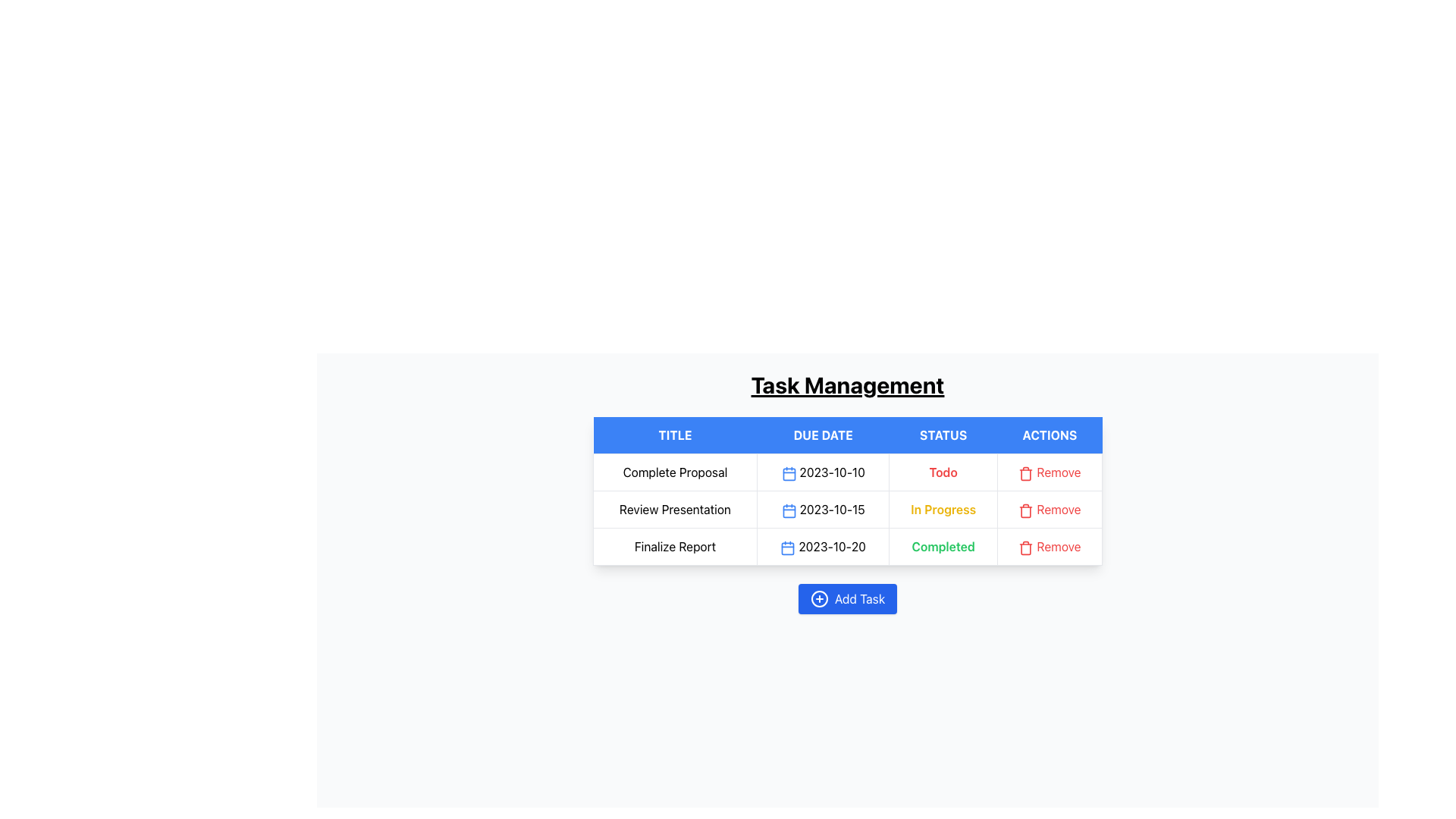  I want to click on the red trash bin icon button located in the 'Actions' column for the 'Review Presentation' task, so click(1026, 510).